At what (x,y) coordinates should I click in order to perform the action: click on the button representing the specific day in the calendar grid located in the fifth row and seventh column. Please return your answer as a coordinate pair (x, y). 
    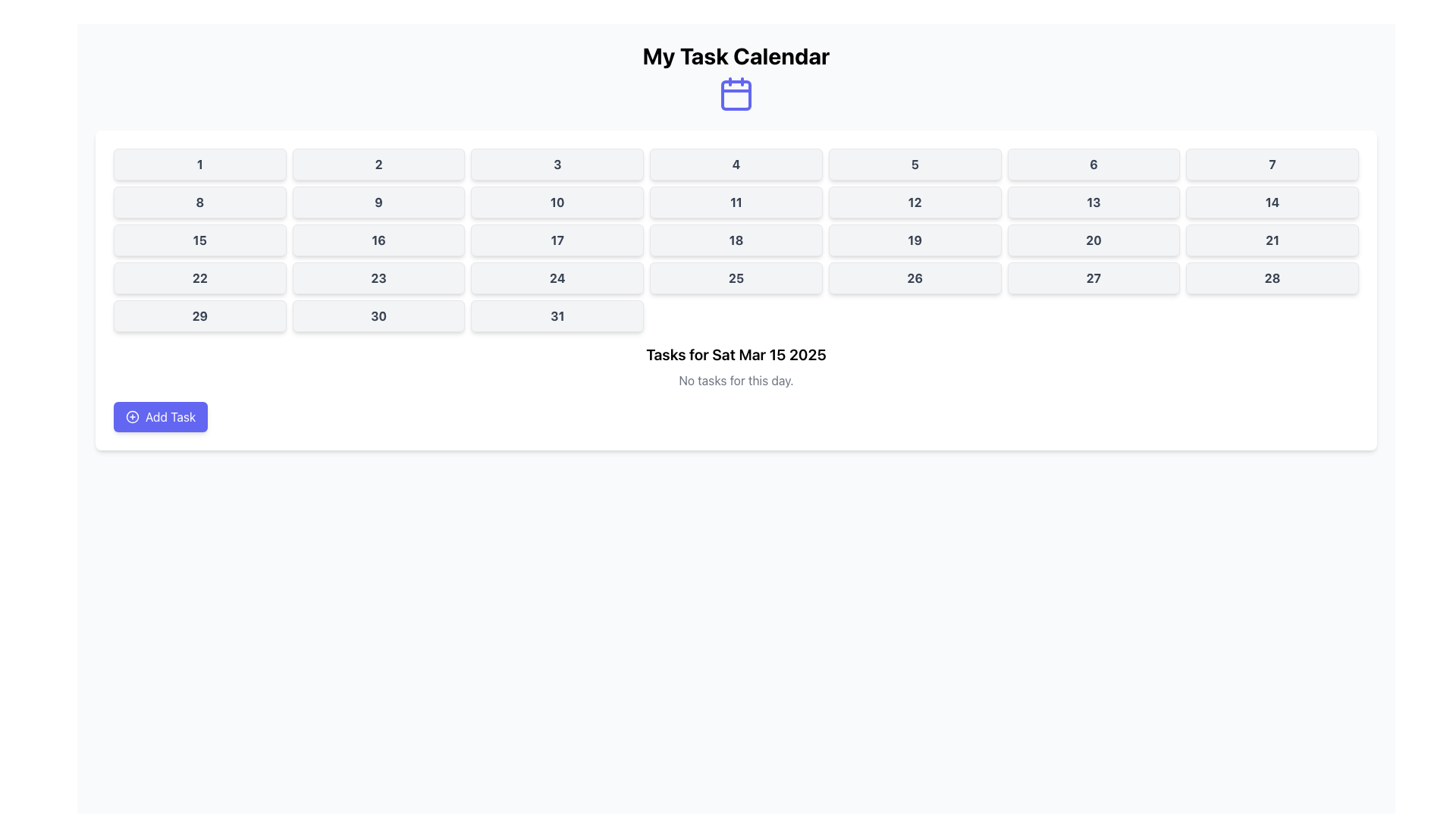
    Looking at the image, I should click on (1272, 278).